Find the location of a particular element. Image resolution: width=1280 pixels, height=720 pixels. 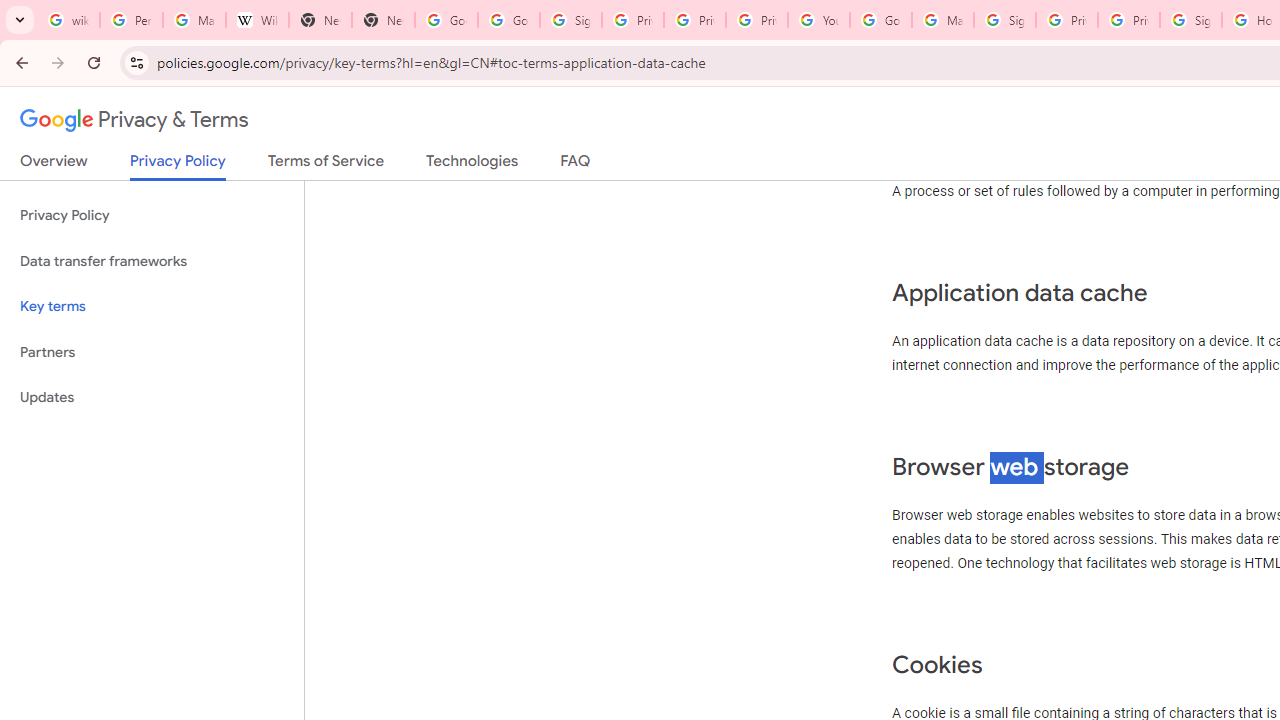

'New Tab' is located at coordinates (383, 20).